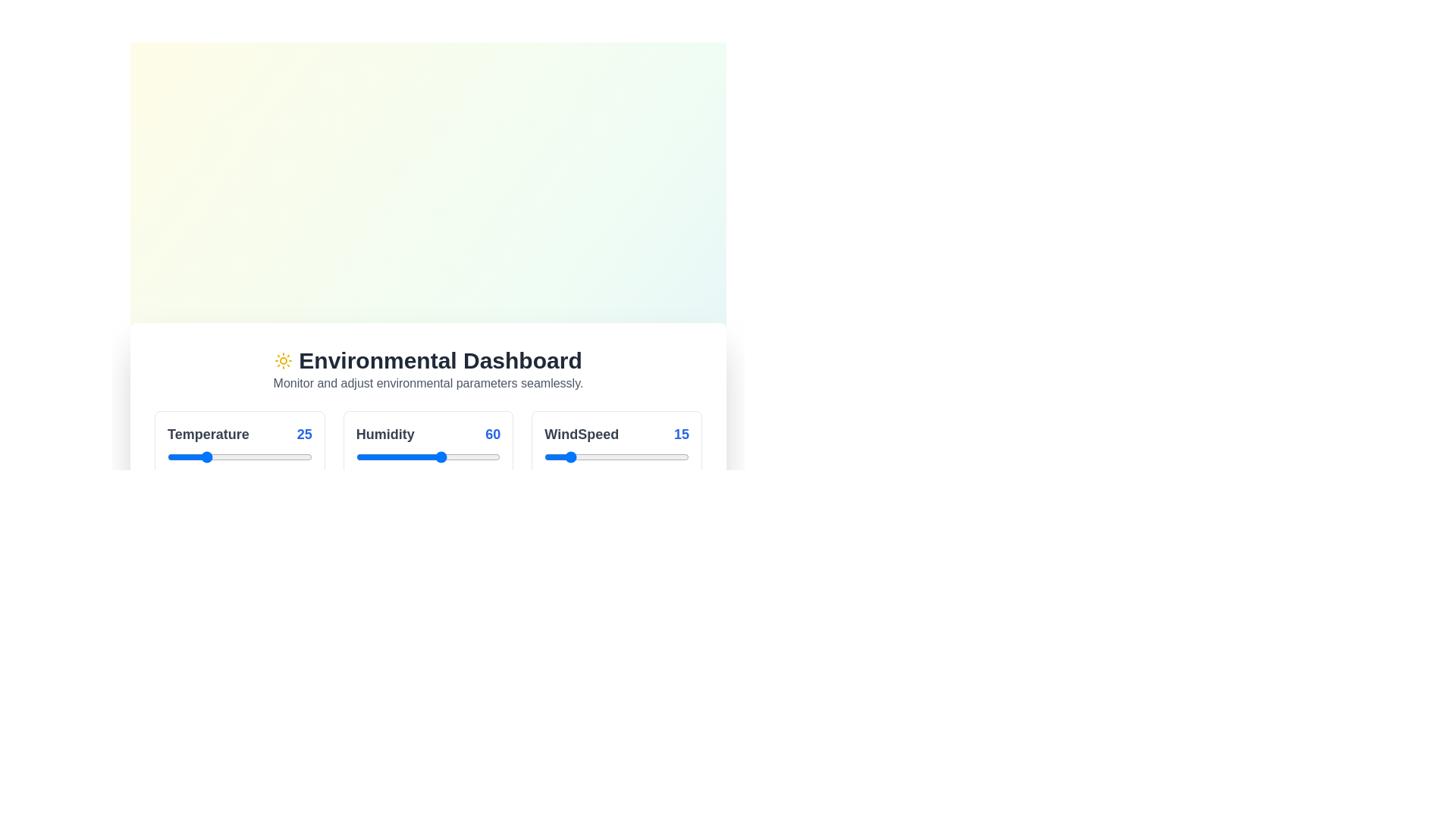 The height and width of the screenshot is (819, 1456). I want to click on the temperature, so click(199, 456).